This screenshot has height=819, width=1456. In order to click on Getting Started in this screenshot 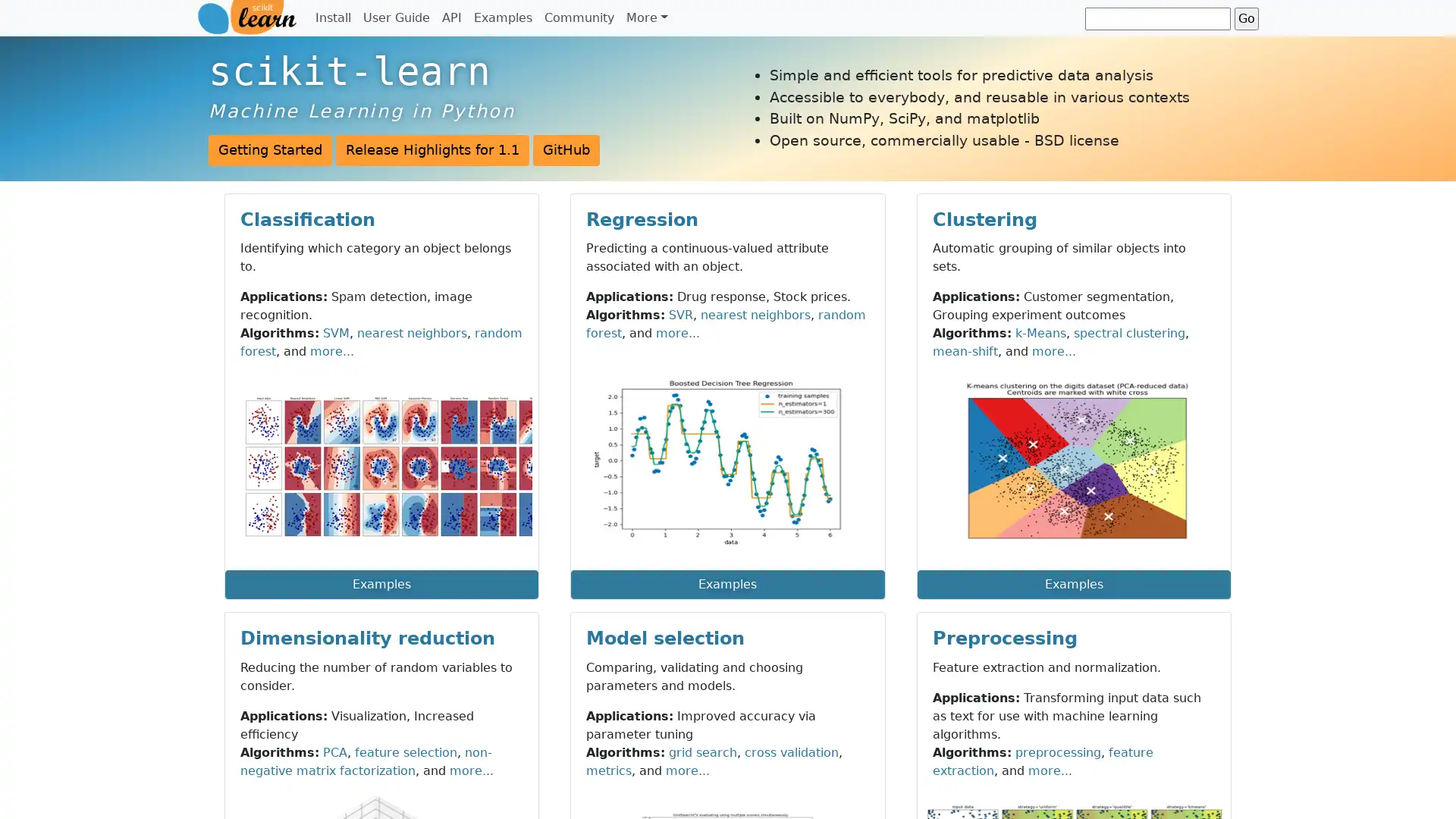, I will do `click(270, 149)`.